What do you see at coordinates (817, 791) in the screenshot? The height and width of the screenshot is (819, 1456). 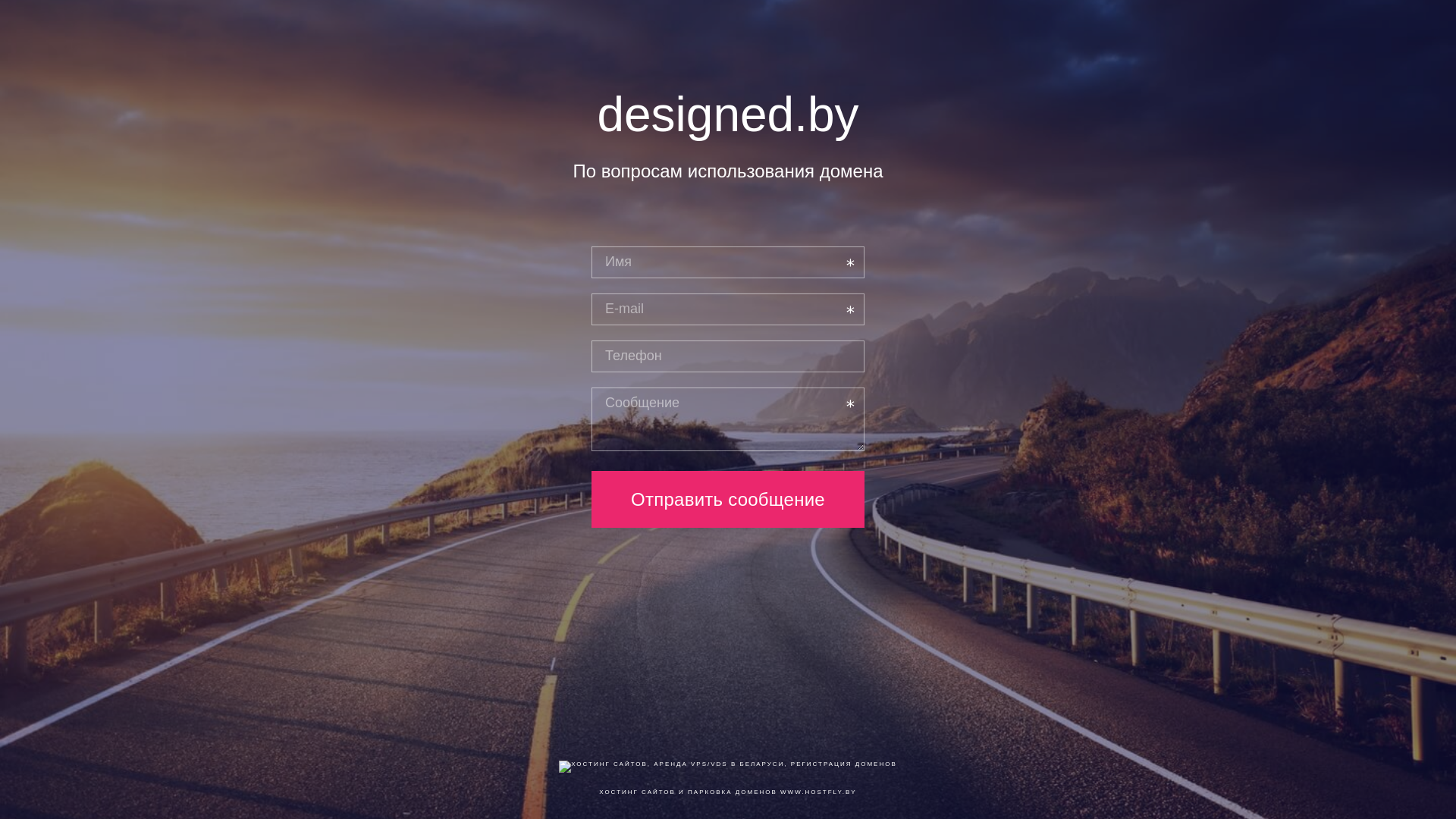 I see `'WWW.HOSTFLY.BY'` at bounding box center [817, 791].